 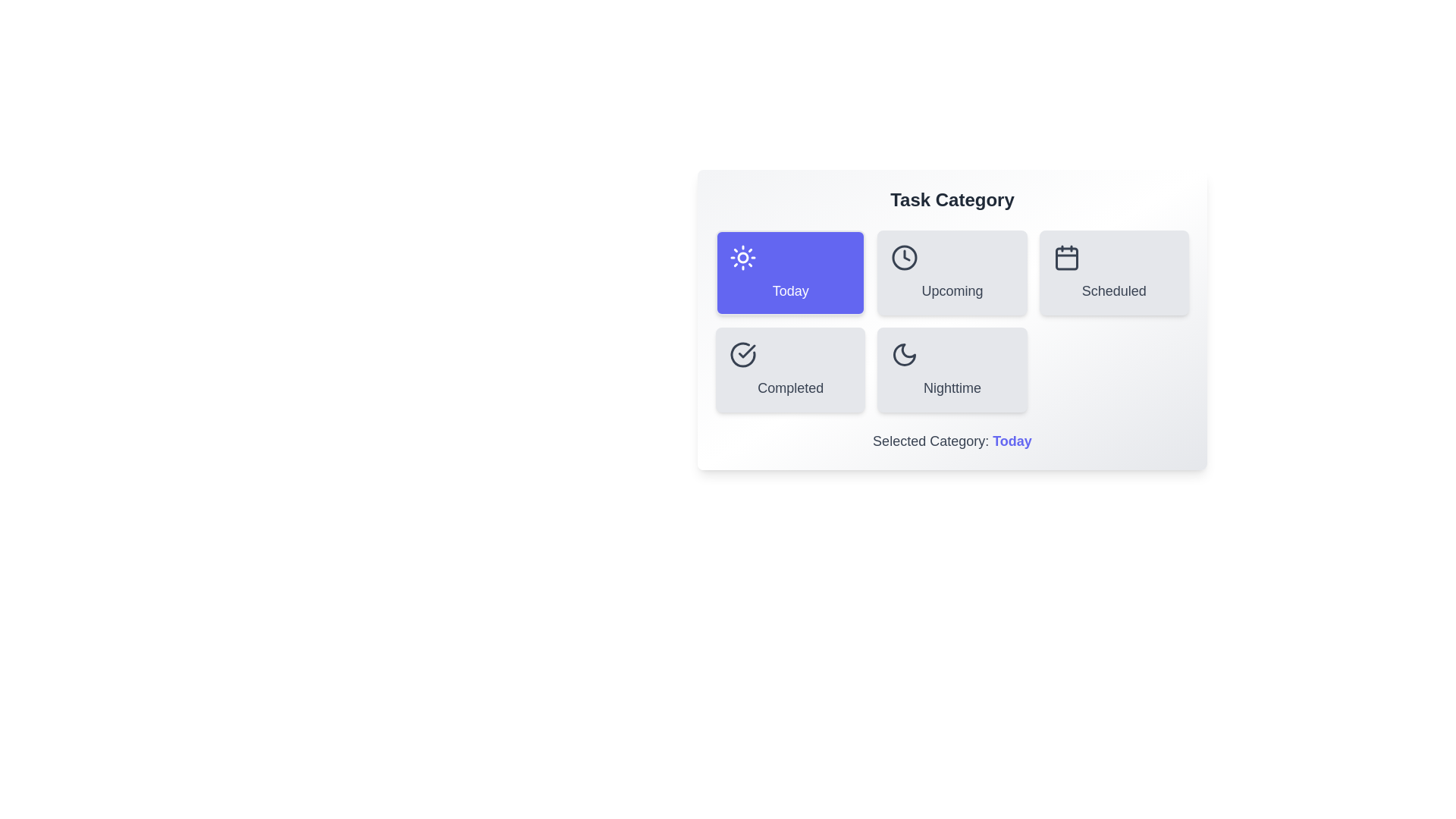 What do you see at coordinates (789, 271) in the screenshot?
I see `the category button labeled 'Today' to observe its hover effect` at bounding box center [789, 271].